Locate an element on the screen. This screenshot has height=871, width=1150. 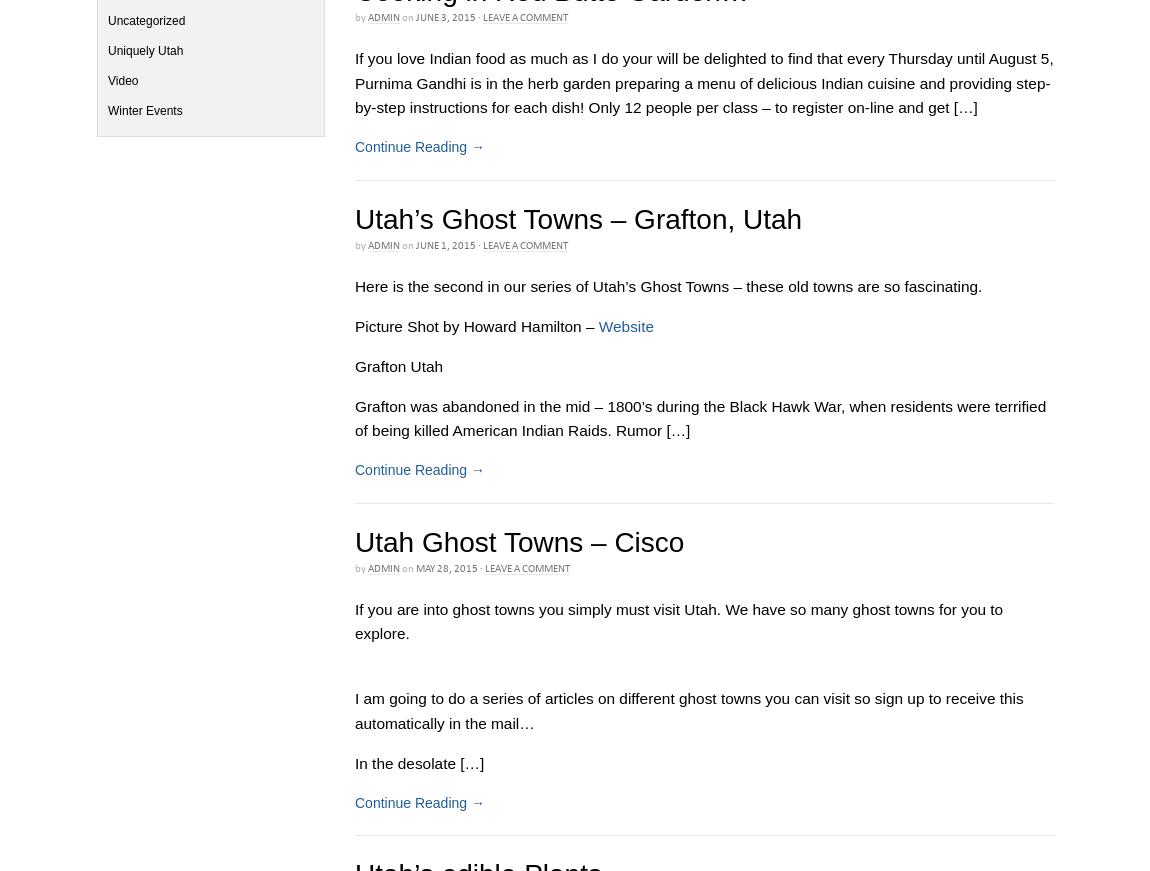
'June 1, 2015' is located at coordinates (415, 245).